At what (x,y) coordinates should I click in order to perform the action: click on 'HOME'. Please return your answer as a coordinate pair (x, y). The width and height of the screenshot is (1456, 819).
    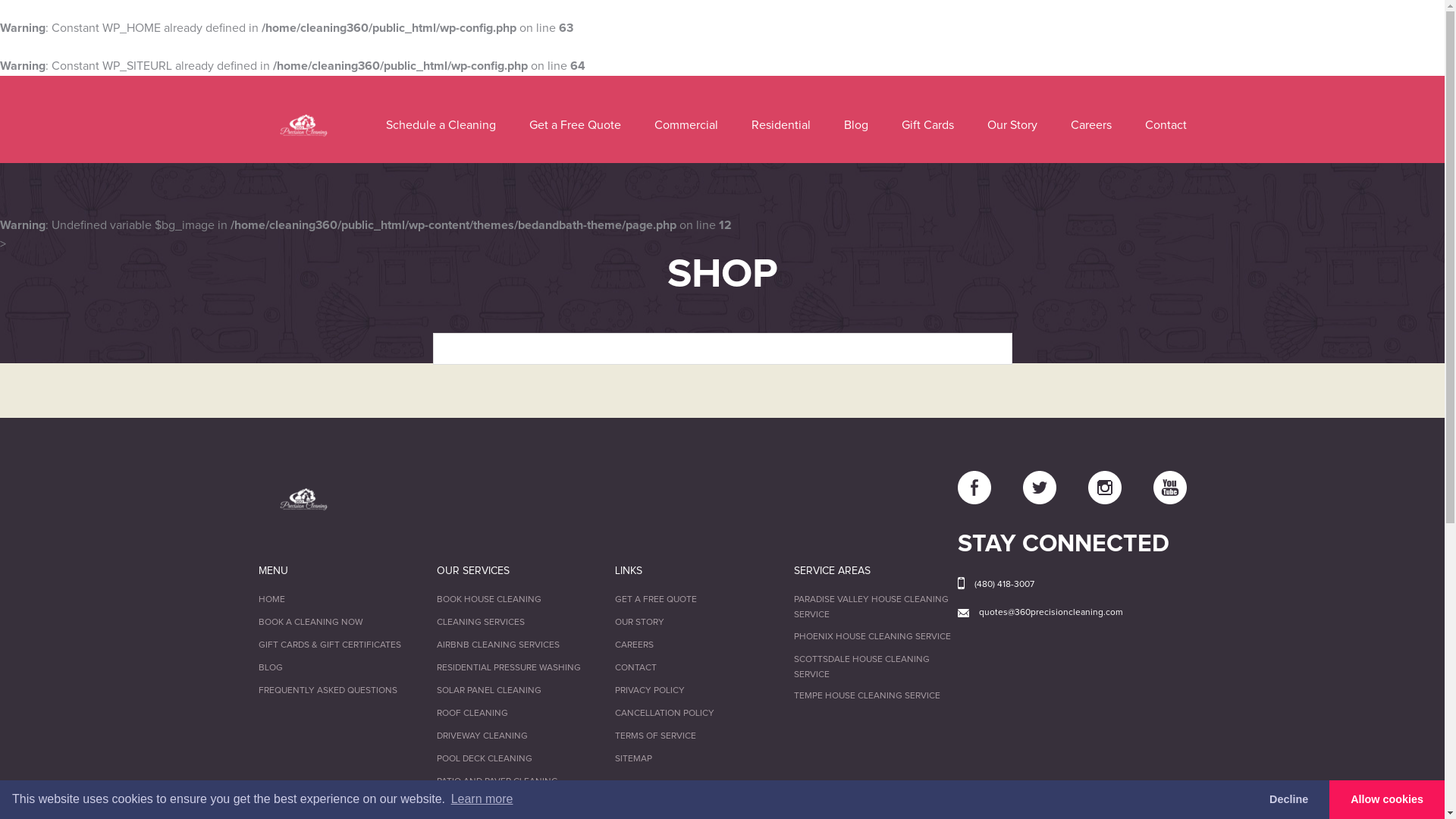
    Looking at the image, I should click on (258, 598).